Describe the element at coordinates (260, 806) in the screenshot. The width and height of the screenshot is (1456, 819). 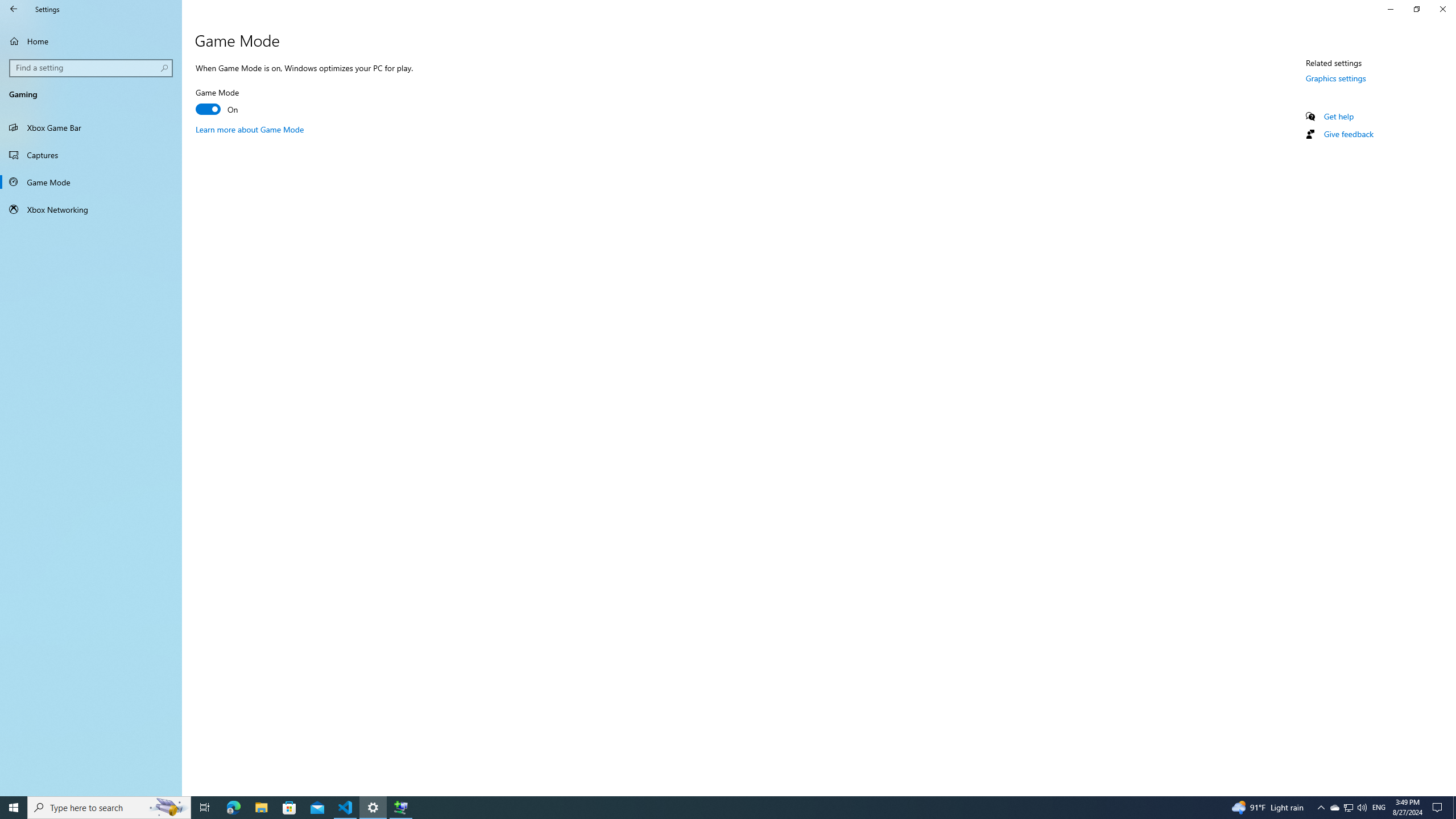
I see `'File Explorer'` at that location.